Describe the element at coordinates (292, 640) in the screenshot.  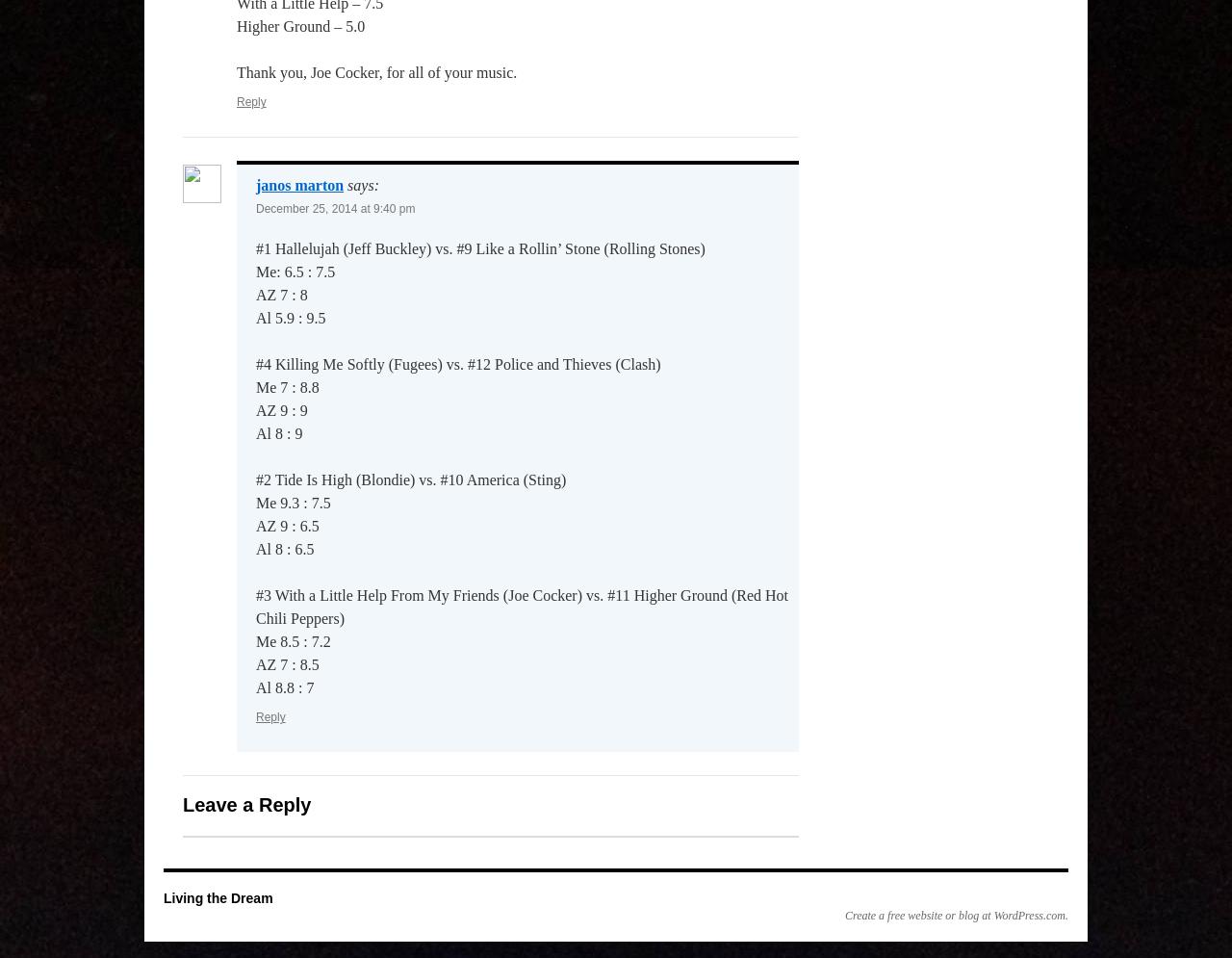
I see `'Me  8.5 : 7.2'` at that location.